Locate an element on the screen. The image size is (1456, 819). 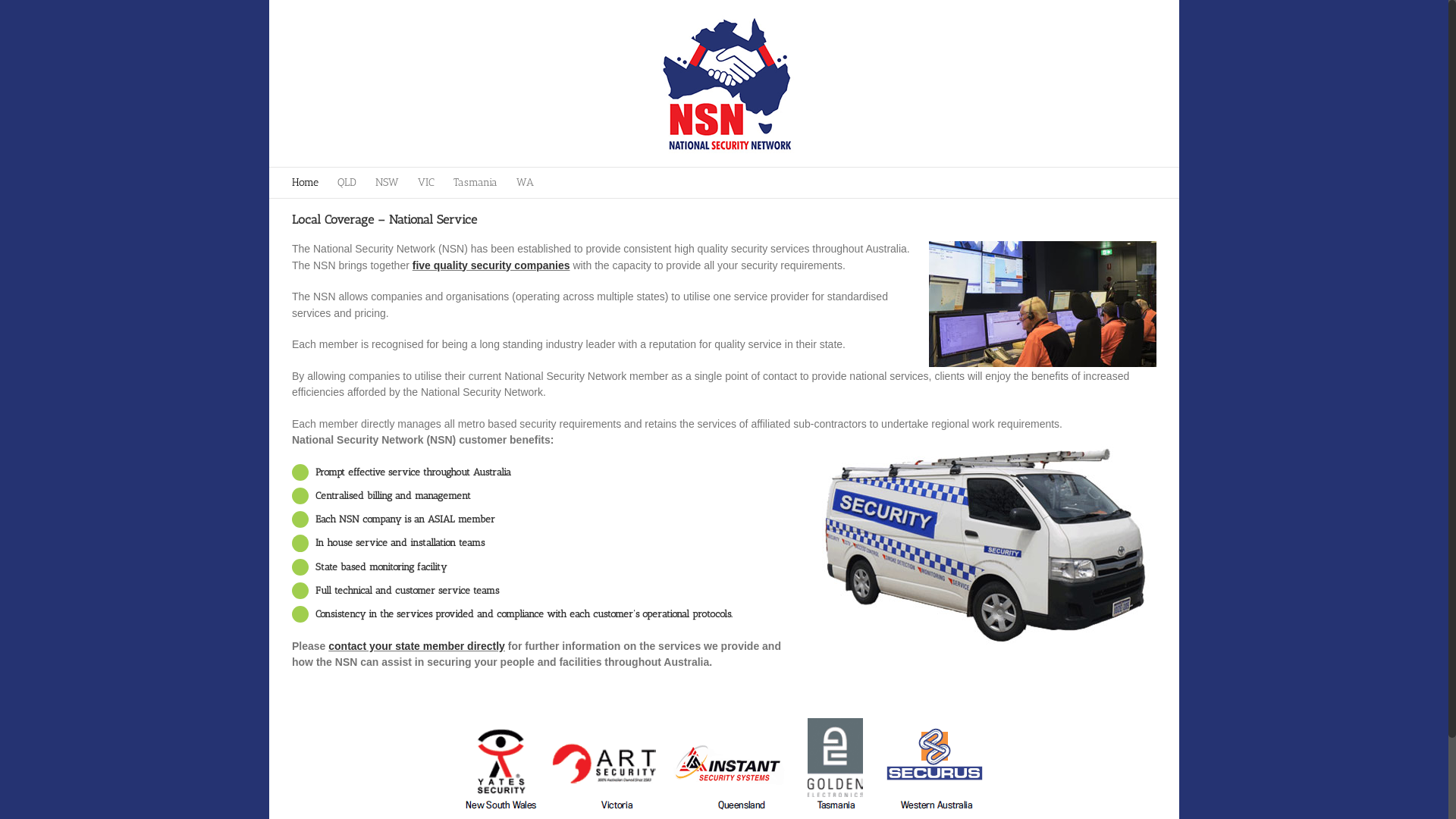
'Tasmania' is located at coordinates (475, 181).